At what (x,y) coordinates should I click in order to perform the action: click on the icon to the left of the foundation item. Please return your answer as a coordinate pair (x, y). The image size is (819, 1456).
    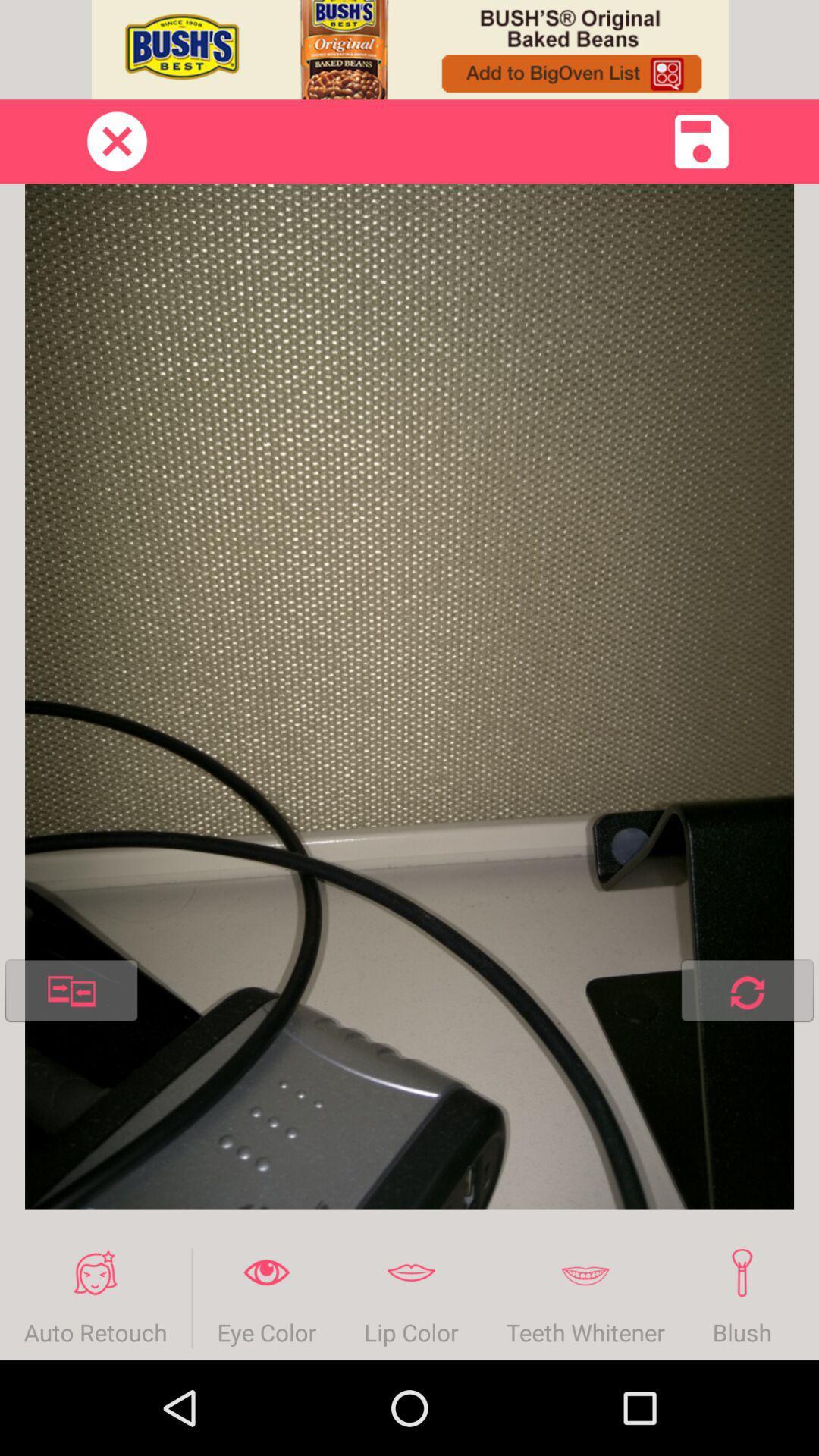
    Looking at the image, I should click on (741, 1298).